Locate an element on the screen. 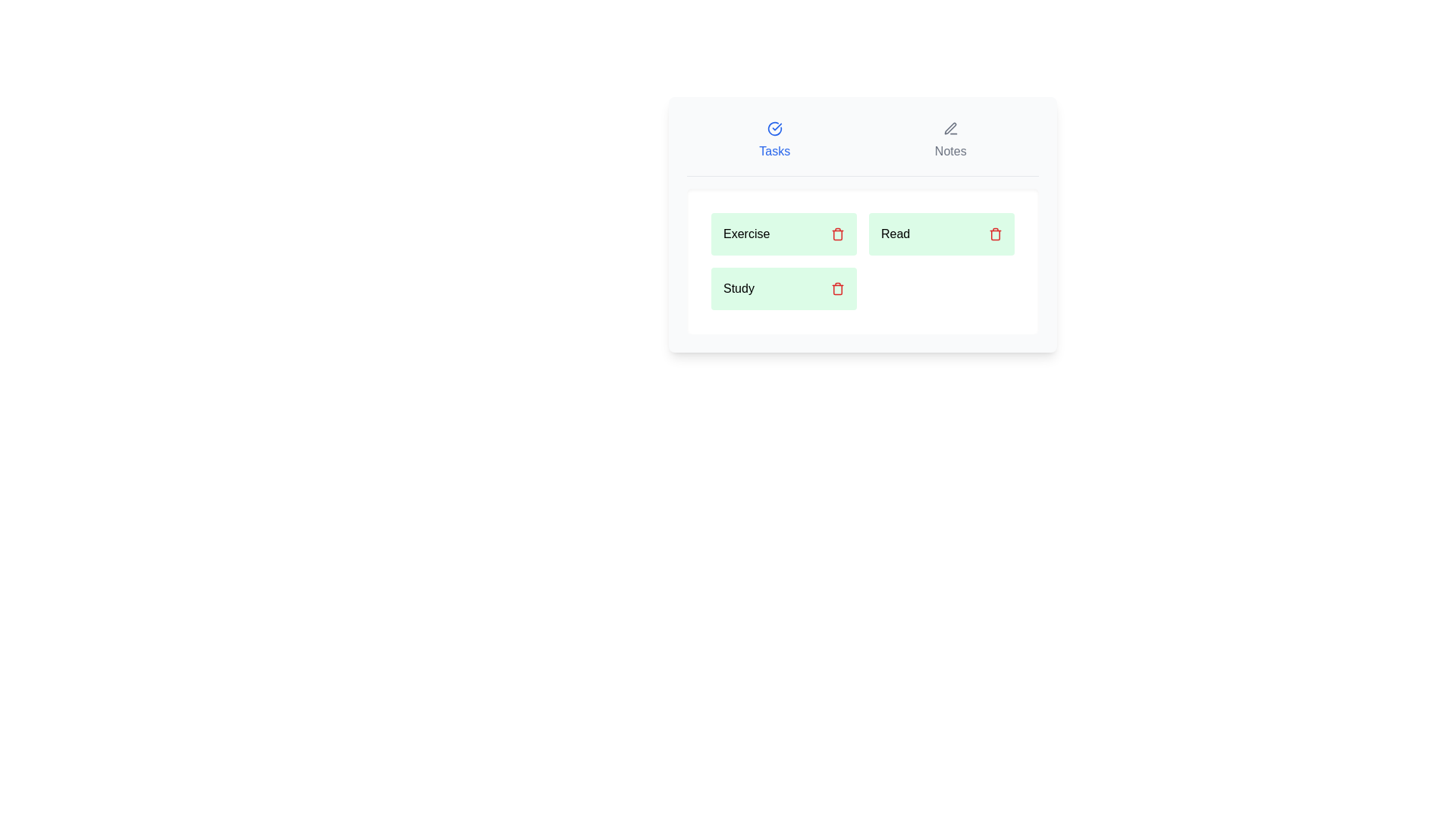 The height and width of the screenshot is (819, 1456). the tab icon of Tasks to inspect its visual details is located at coordinates (774, 127).